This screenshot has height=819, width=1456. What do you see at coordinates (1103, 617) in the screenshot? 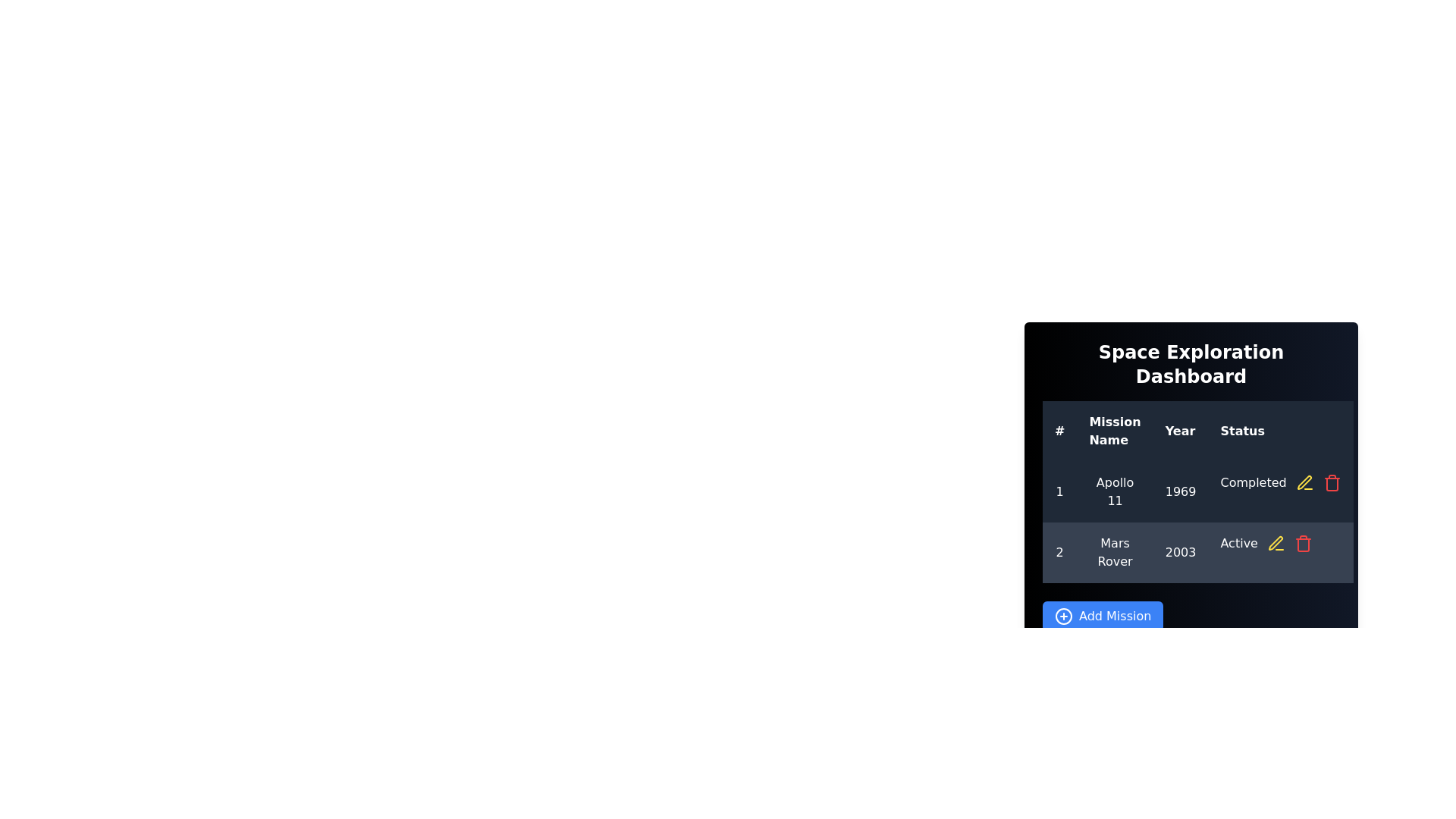
I see `the 'Add New Mission' button located at the bottom of the mission dashboard card to observe its hover effect` at bounding box center [1103, 617].